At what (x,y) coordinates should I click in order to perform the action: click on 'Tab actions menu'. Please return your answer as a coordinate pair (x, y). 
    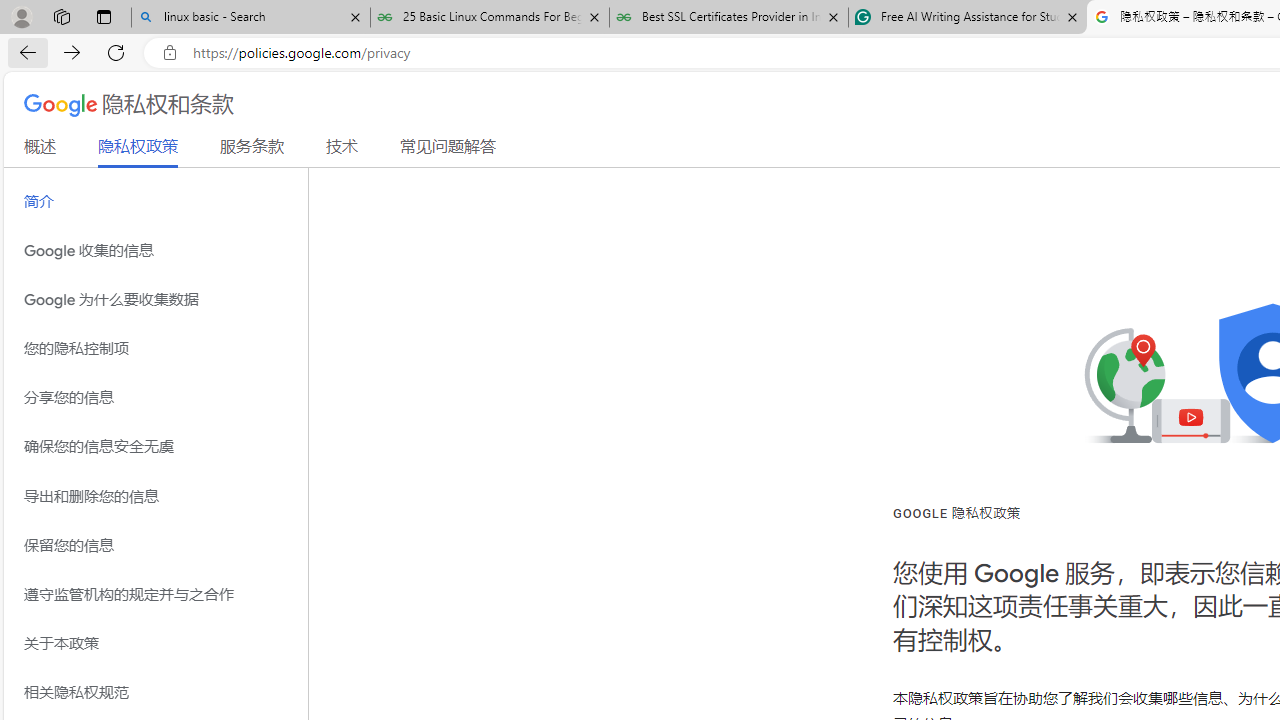
    Looking at the image, I should click on (103, 16).